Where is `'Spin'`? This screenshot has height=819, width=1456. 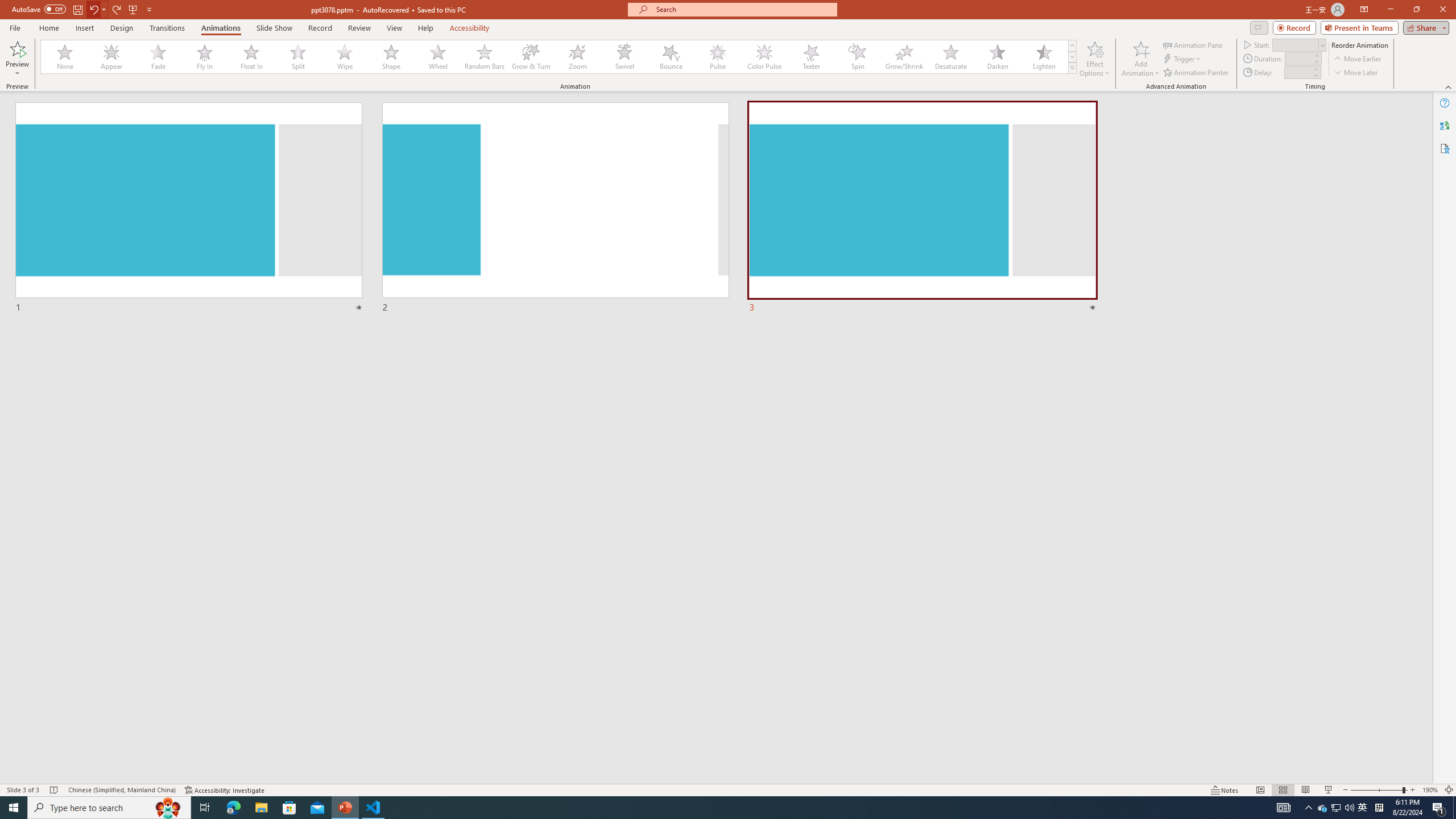 'Spin' is located at coordinates (857, 56).